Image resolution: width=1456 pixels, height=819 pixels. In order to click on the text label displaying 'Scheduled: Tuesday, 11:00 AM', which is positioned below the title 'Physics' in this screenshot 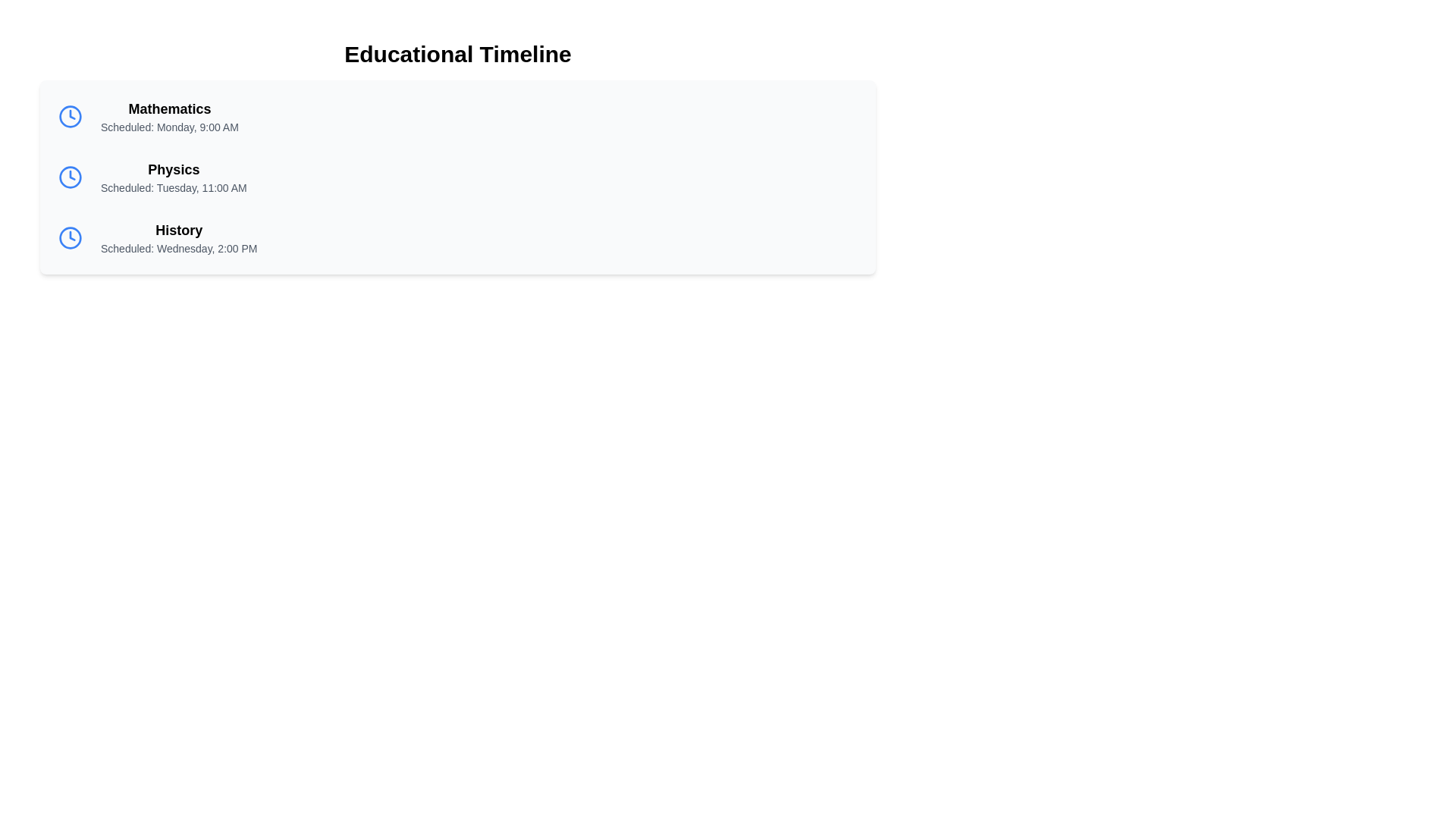, I will do `click(174, 187)`.